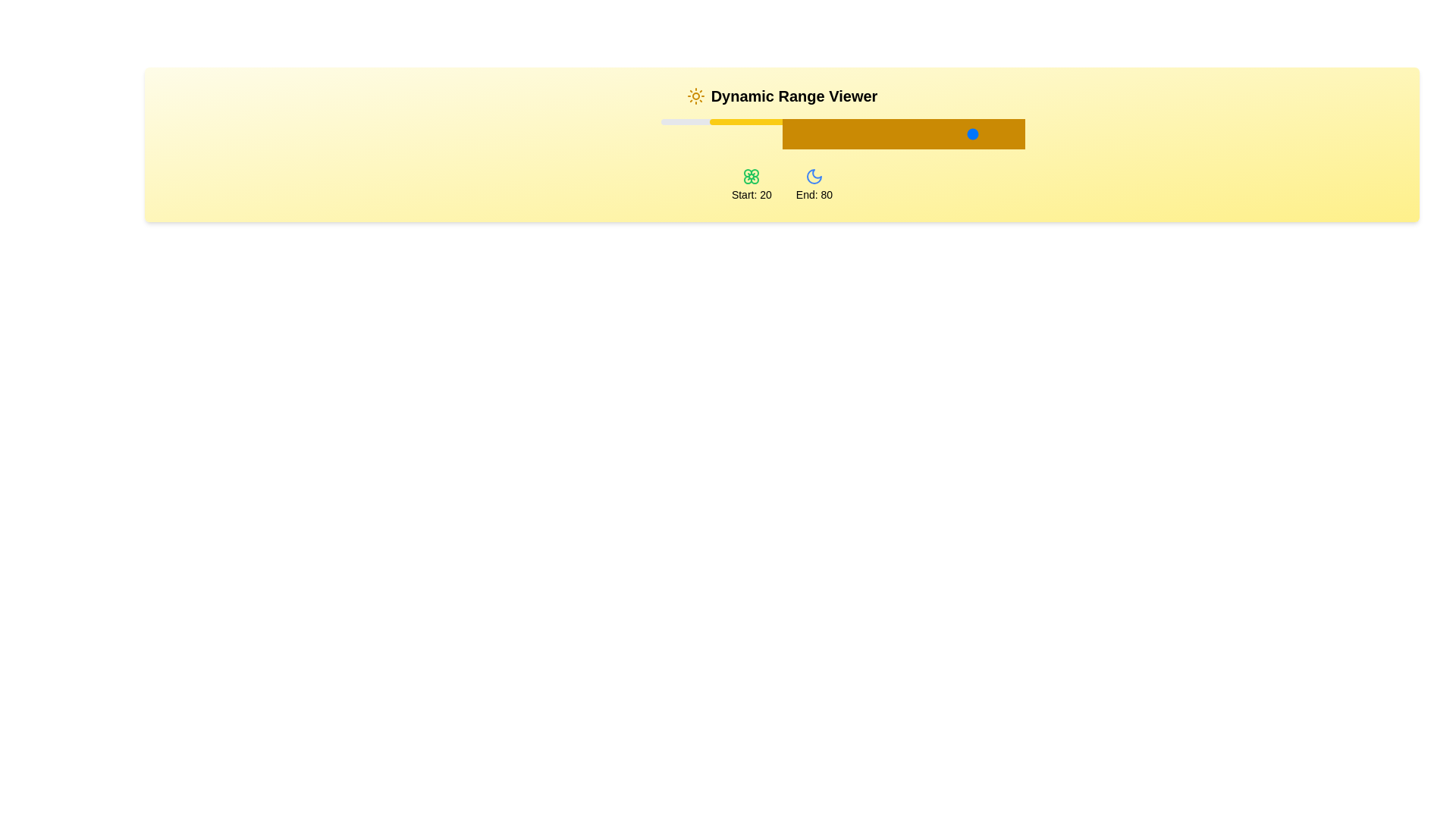 Image resolution: width=1456 pixels, height=819 pixels. Describe the element at coordinates (695, 96) in the screenshot. I see `the decorative icon that symbolizes brightness, located in the top left corner of the header bar, preceding the text 'Dynamic Range Viewer'` at that location.